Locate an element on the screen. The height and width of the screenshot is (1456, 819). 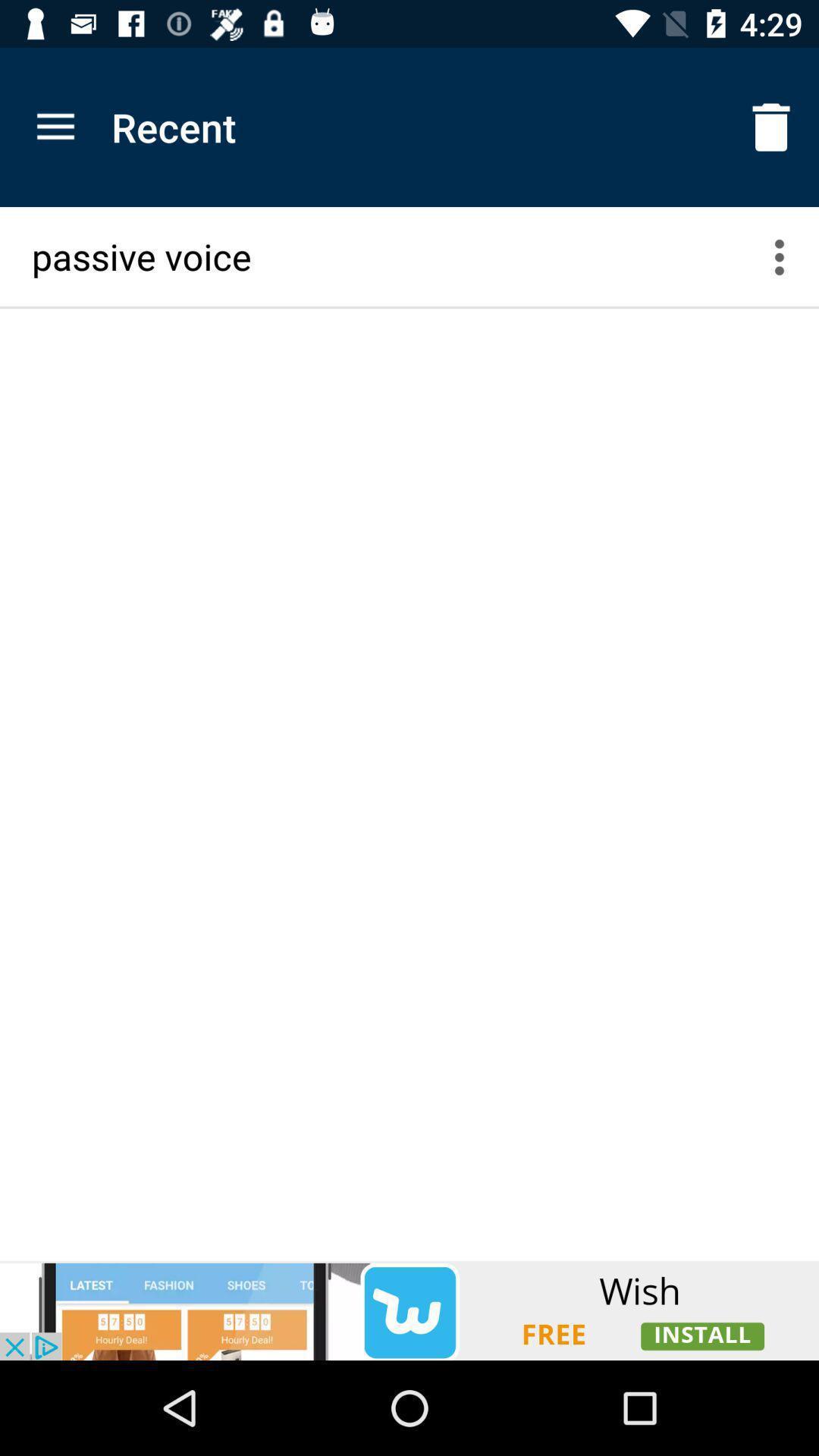
open the settings for item is located at coordinates (788, 256).